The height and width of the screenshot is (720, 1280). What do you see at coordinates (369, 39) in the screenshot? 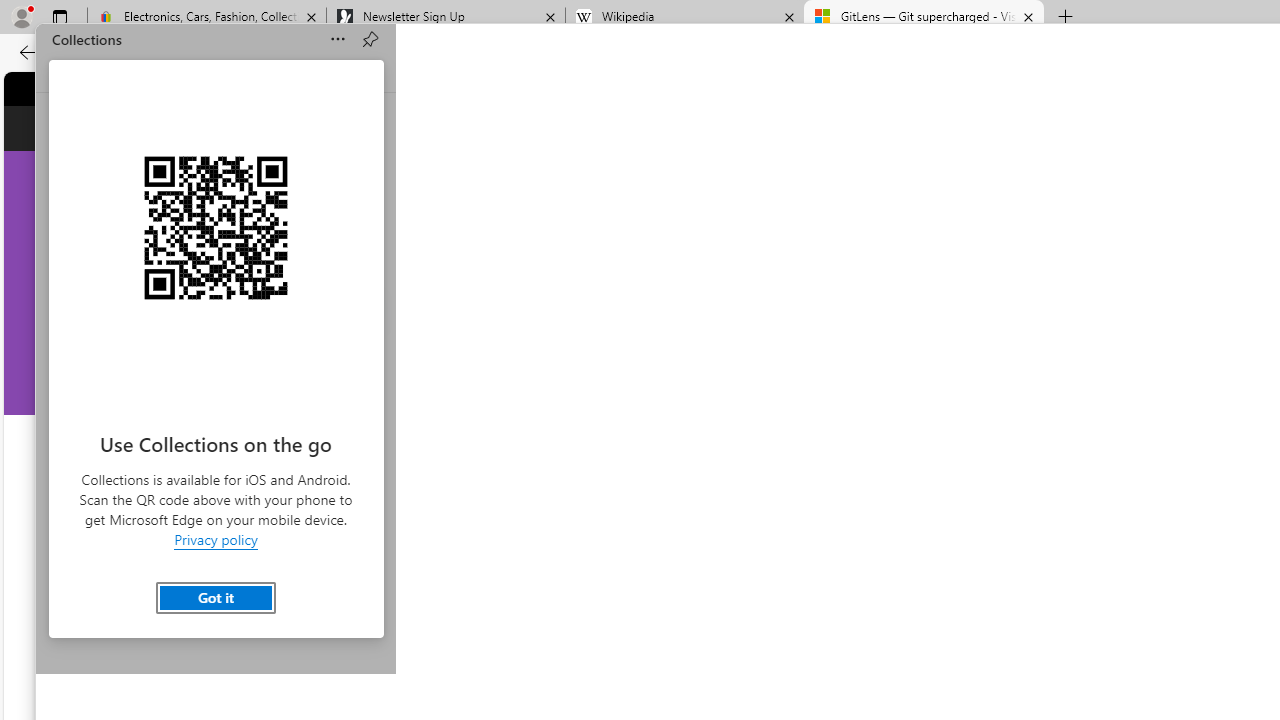
I see `'Pin Collections'` at bounding box center [369, 39].